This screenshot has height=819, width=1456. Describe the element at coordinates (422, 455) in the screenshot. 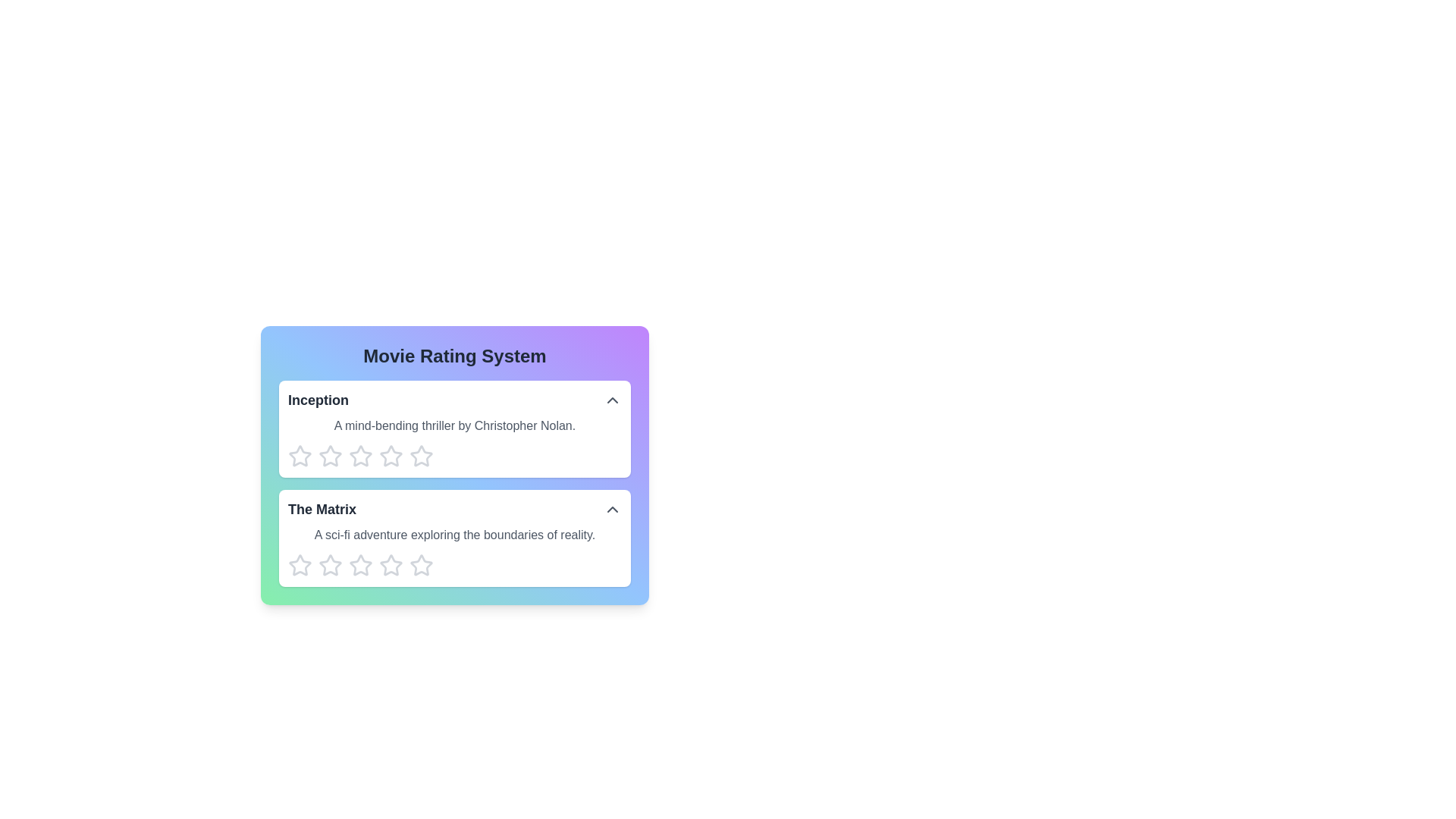

I see `the fourth hollow star icon in the horizontal row of five gray star icons to rate the movie 'Inception' as four stars` at that location.